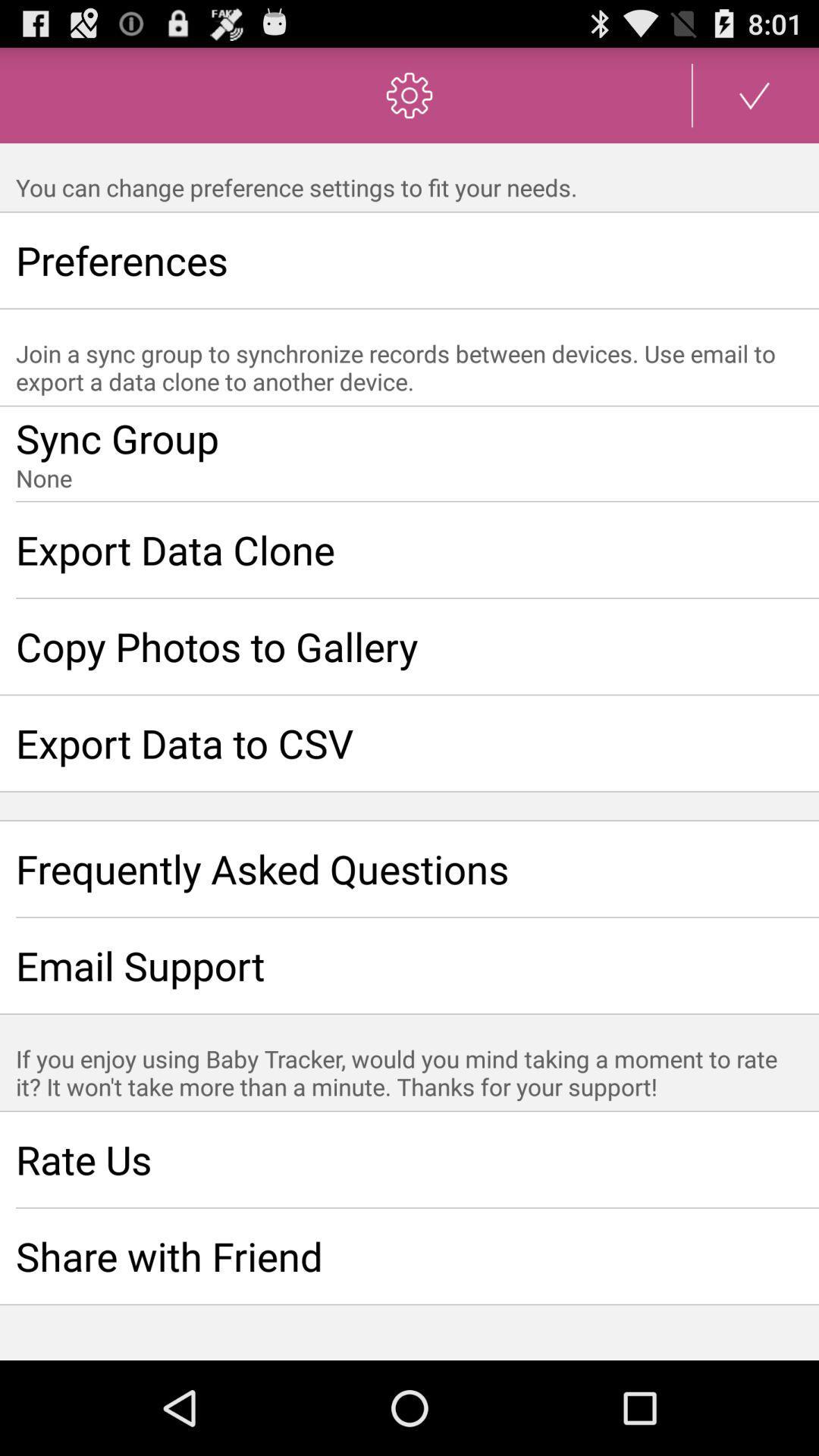 The width and height of the screenshot is (819, 1456). I want to click on settings, so click(755, 94).